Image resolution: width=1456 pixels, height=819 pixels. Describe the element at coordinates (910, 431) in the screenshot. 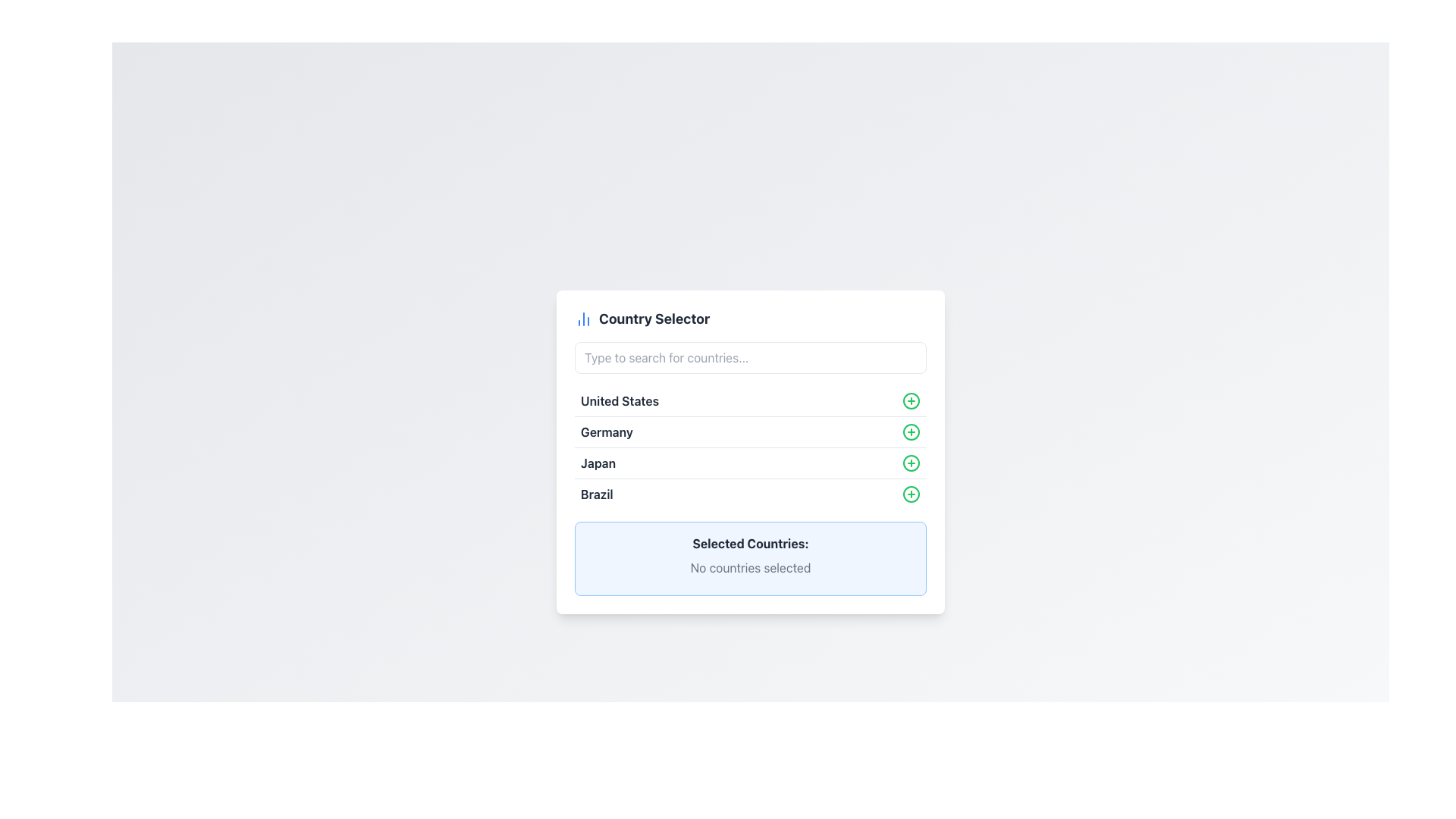

I see `the interactive button for adding Germany to a selection` at that location.